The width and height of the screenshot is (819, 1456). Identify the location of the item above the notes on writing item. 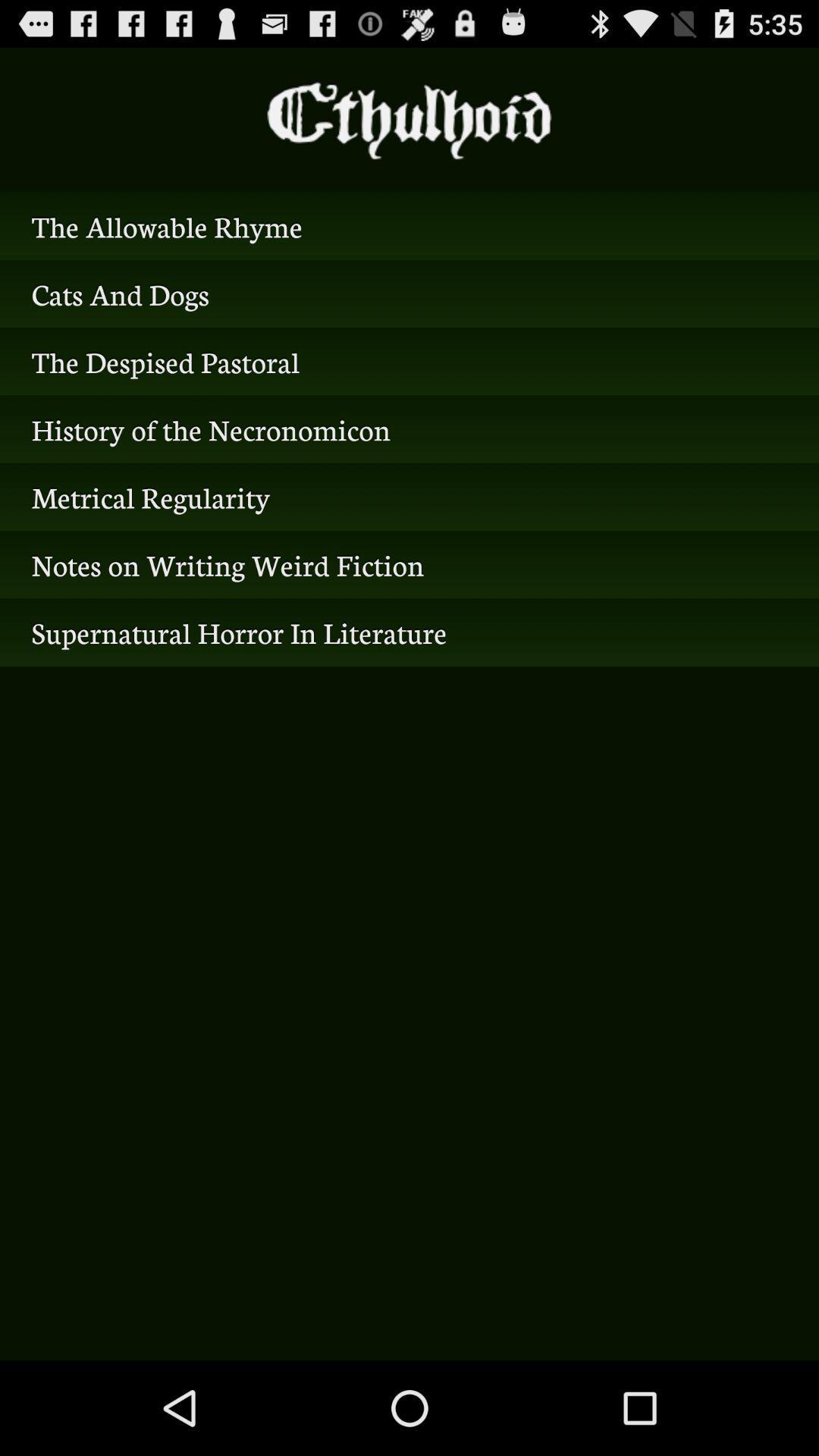
(409, 497).